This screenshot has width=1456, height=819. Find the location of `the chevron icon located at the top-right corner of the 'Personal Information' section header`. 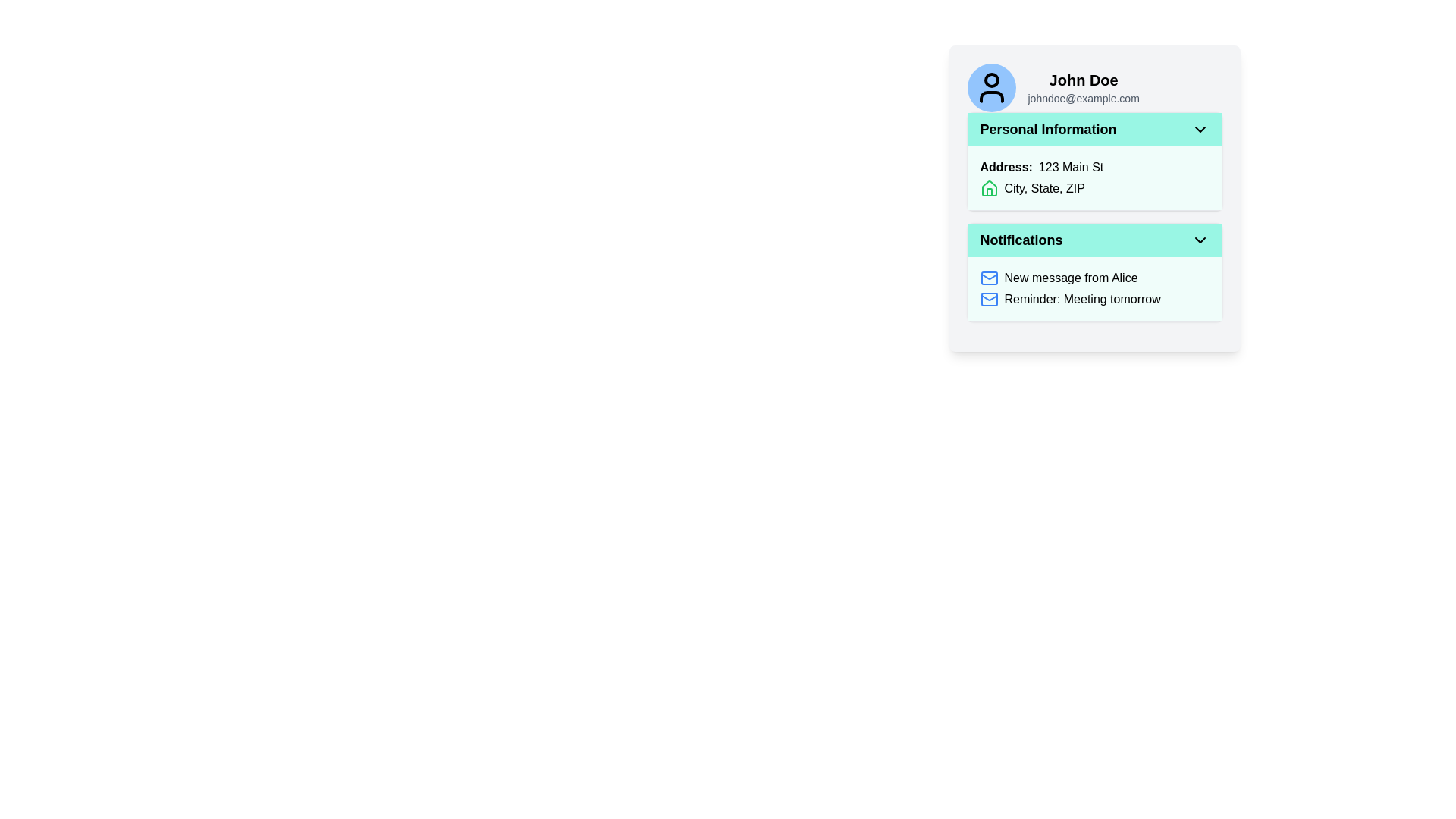

the chevron icon located at the top-right corner of the 'Personal Information' section header is located at coordinates (1199, 128).